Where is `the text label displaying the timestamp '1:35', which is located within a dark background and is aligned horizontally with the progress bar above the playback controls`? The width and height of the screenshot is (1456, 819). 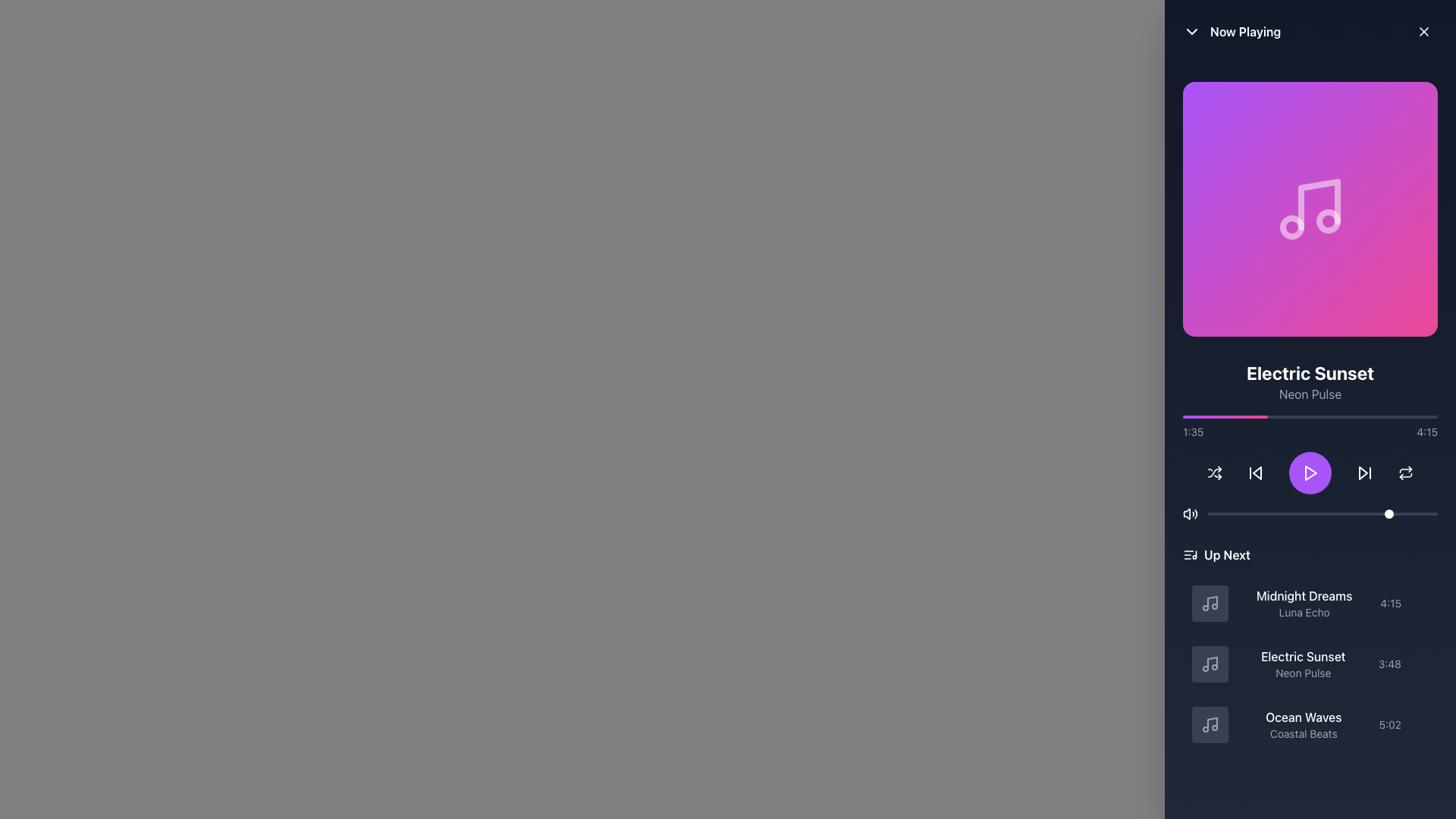 the text label displaying the timestamp '1:35', which is located within a dark background and is aligned horizontally with the progress bar above the playback controls is located at coordinates (1192, 432).